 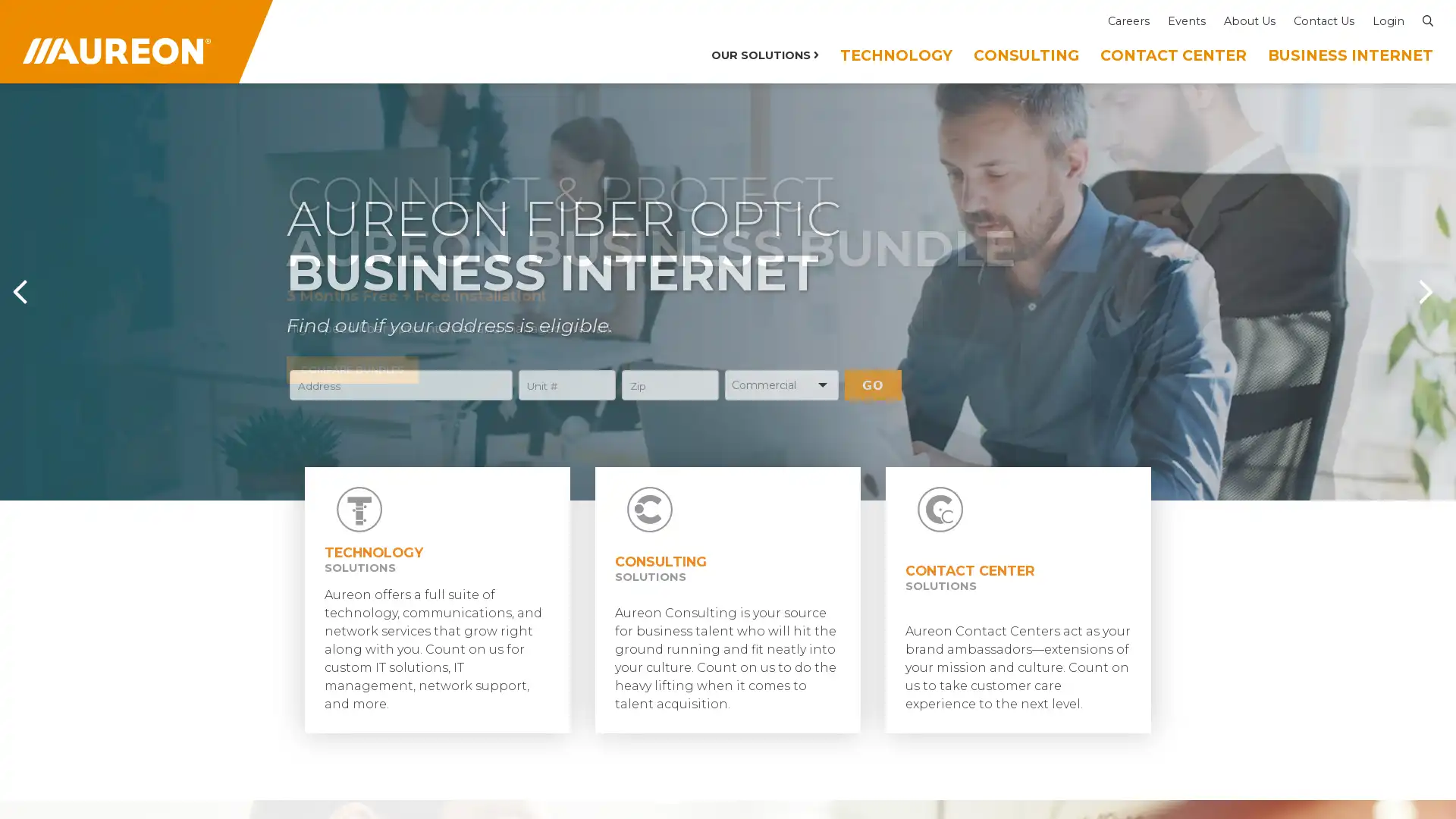 What do you see at coordinates (1429, 292) in the screenshot?
I see `Next` at bounding box center [1429, 292].